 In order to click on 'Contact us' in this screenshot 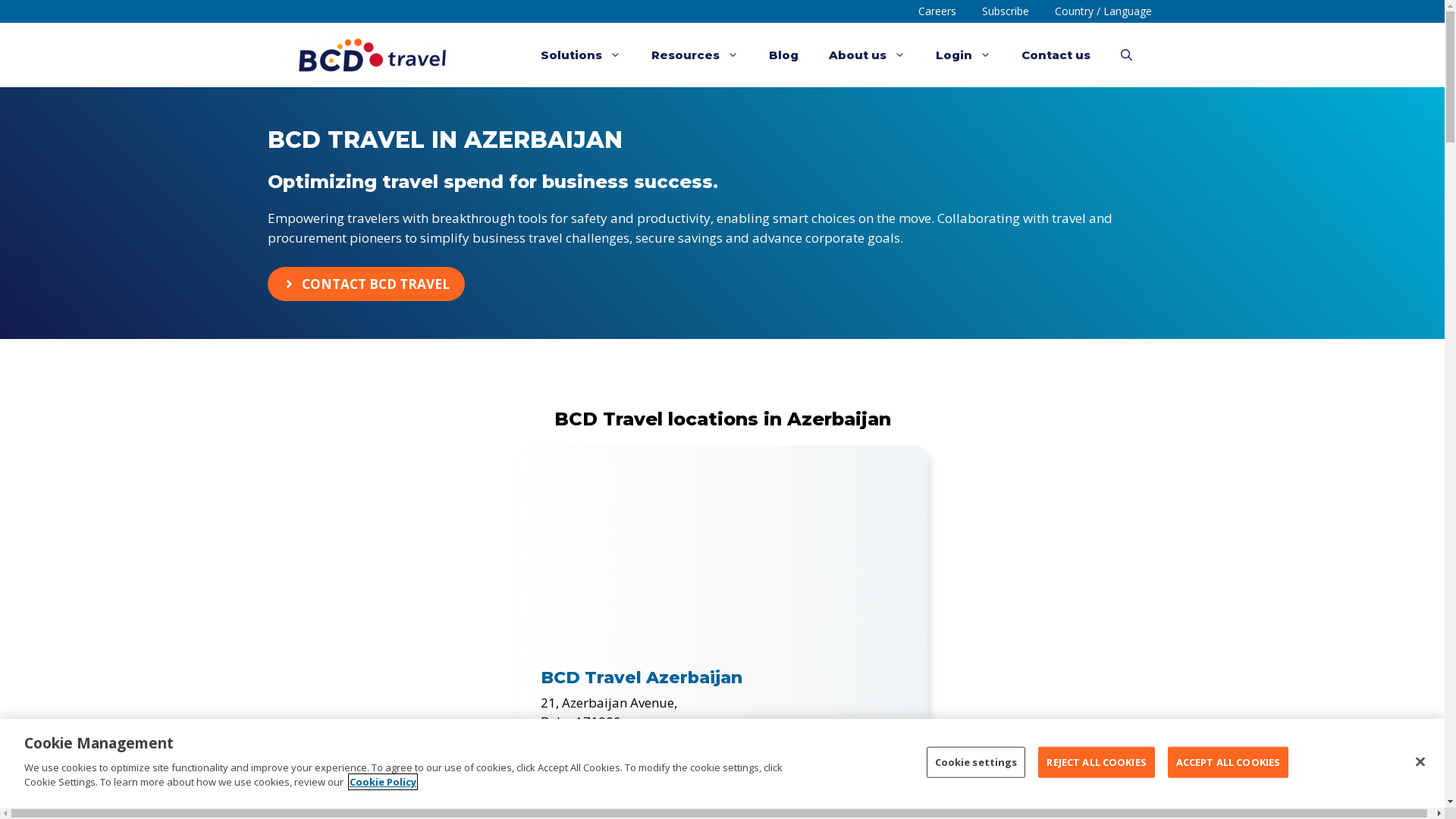, I will do `click(1054, 54)`.